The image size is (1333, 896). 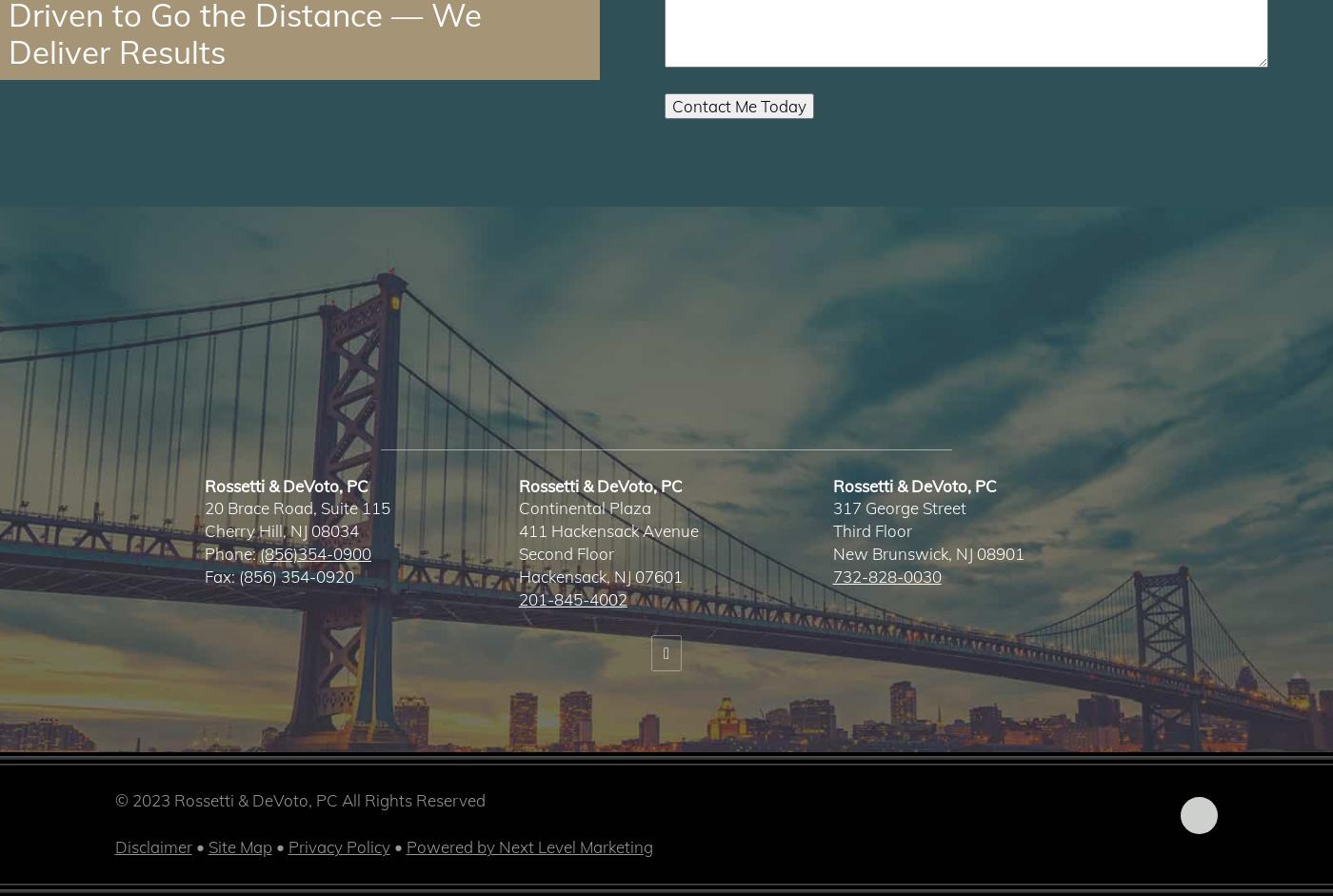 I want to click on 'Site Map', so click(x=207, y=846).